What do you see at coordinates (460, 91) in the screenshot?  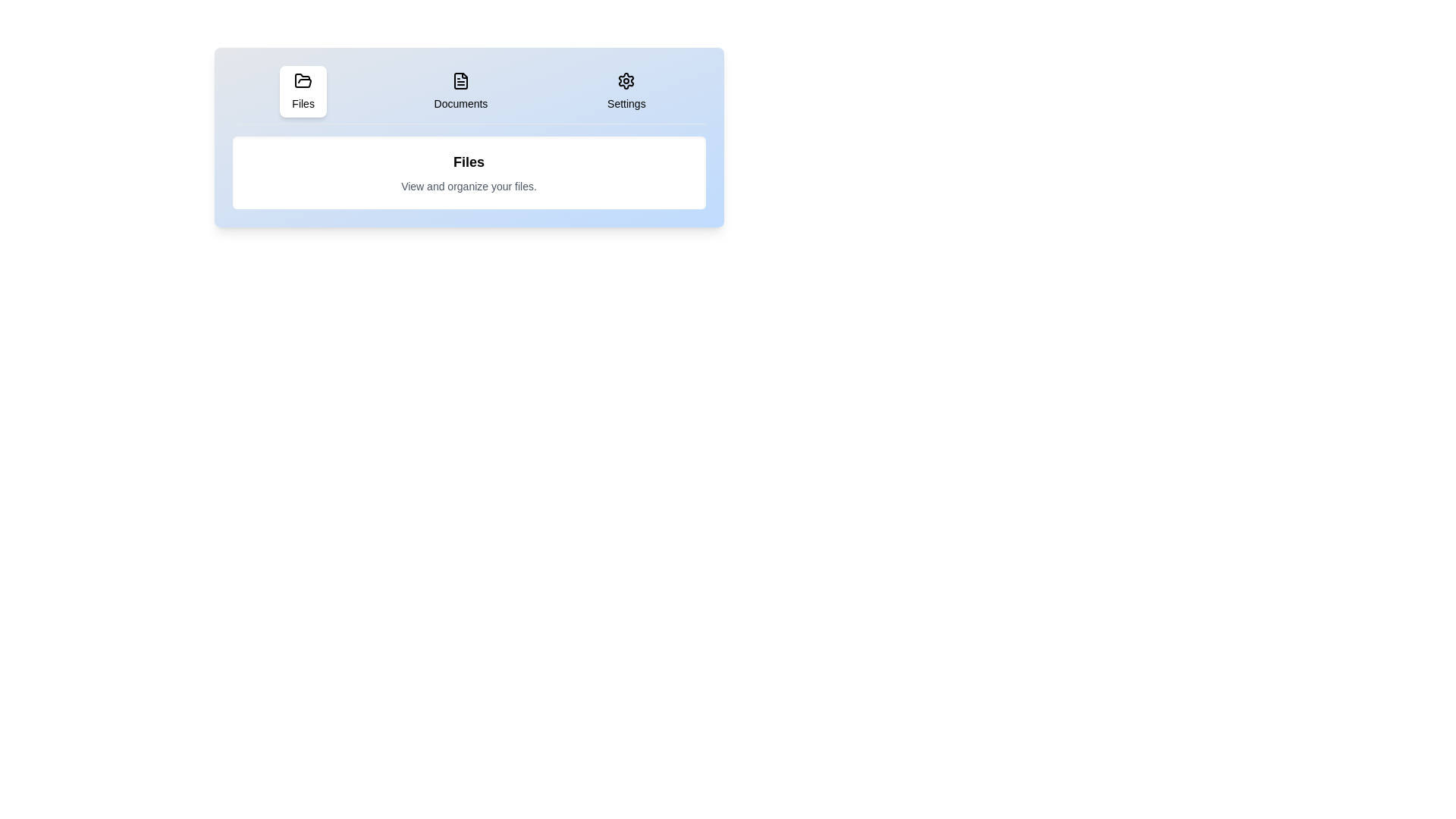 I see `the Documents tab by clicking the corresponding tab button` at bounding box center [460, 91].